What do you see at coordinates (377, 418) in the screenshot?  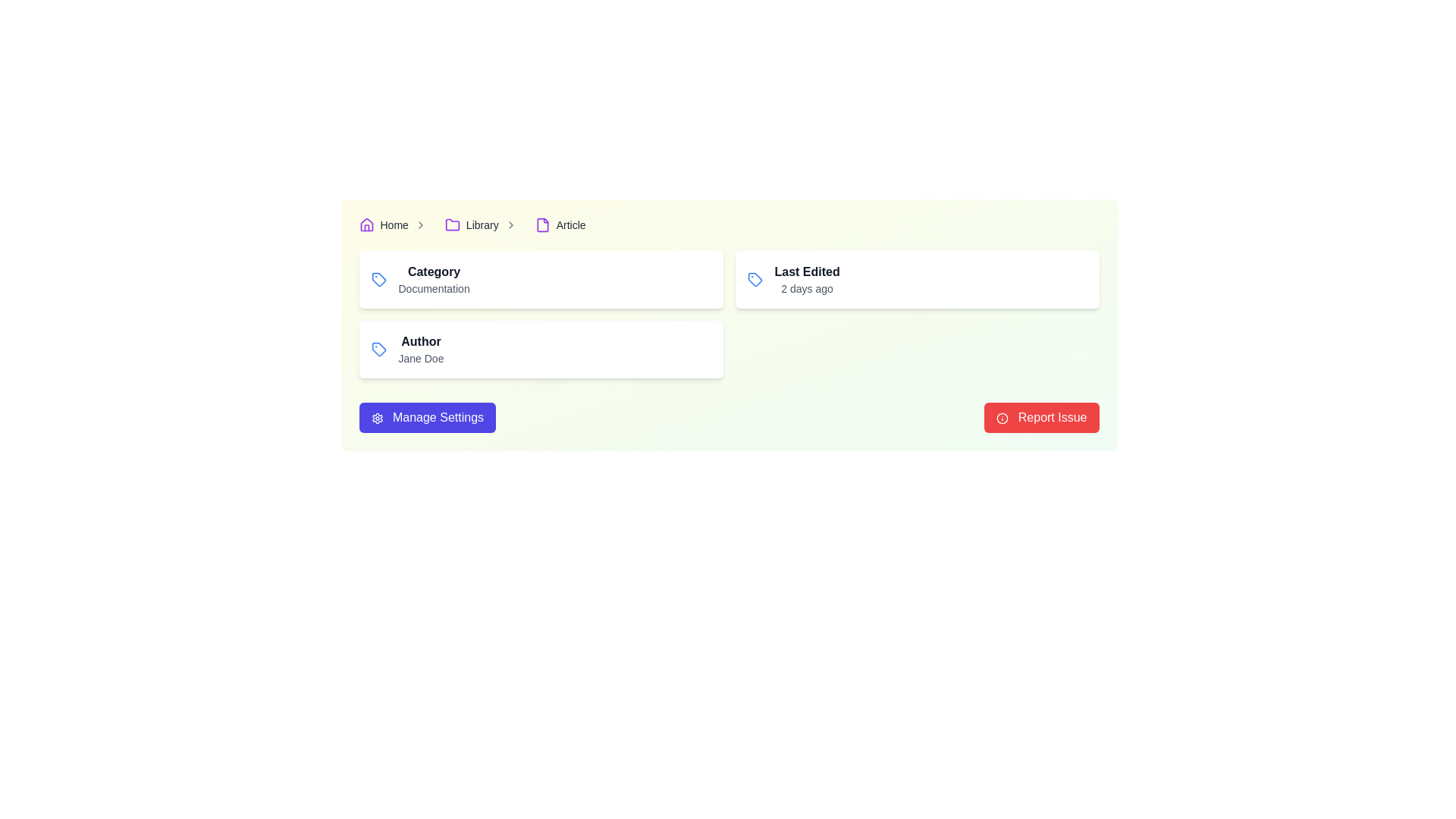 I see `the gear icon indicating settings, which is embedded in the 'Manage Settings' button with a purple background` at bounding box center [377, 418].